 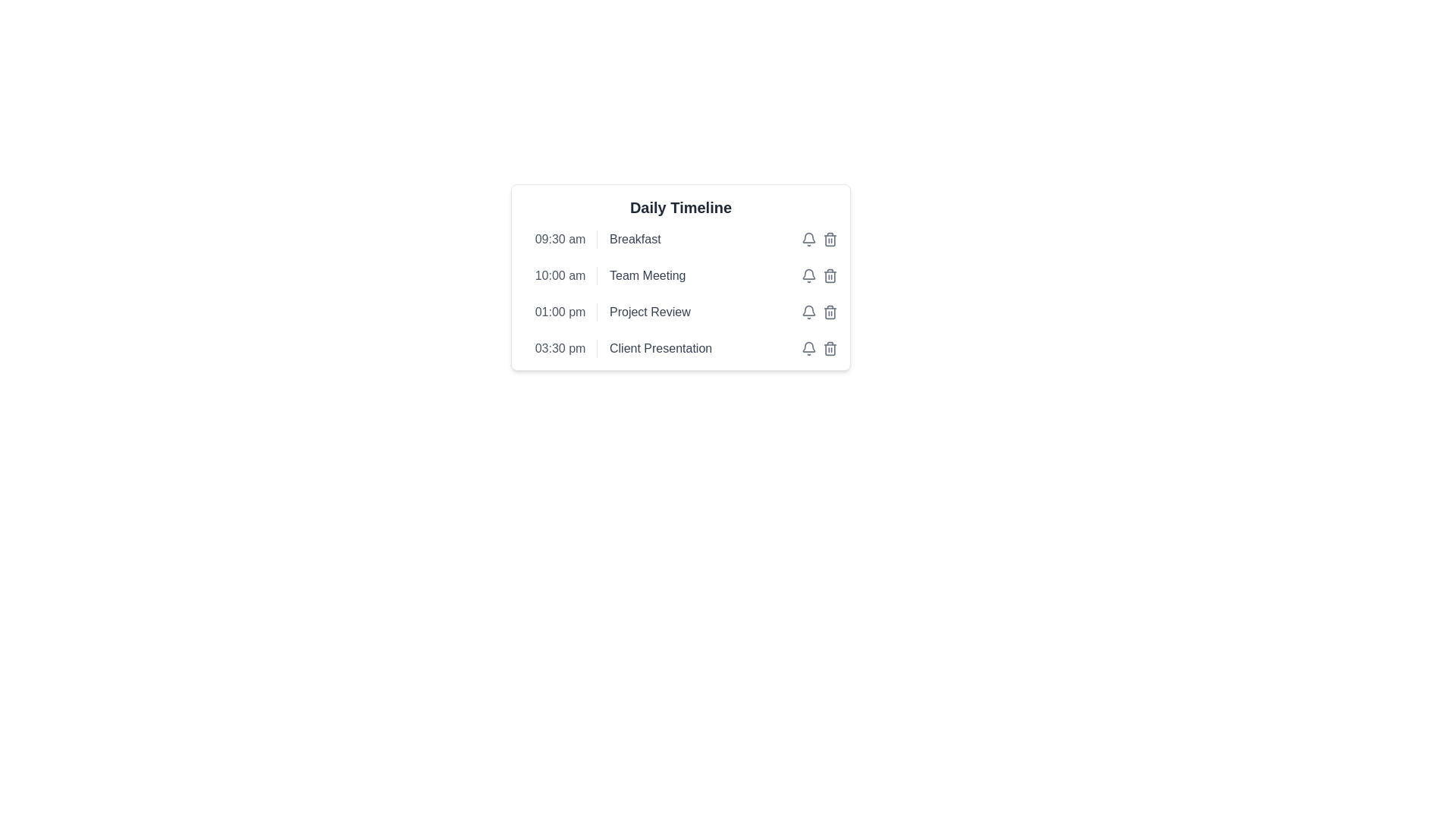 What do you see at coordinates (560, 275) in the screenshot?
I see `the Text Display element that indicates the scheduled time for the Team Meeting, located in the second row of the Daily Timeline list` at bounding box center [560, 275].